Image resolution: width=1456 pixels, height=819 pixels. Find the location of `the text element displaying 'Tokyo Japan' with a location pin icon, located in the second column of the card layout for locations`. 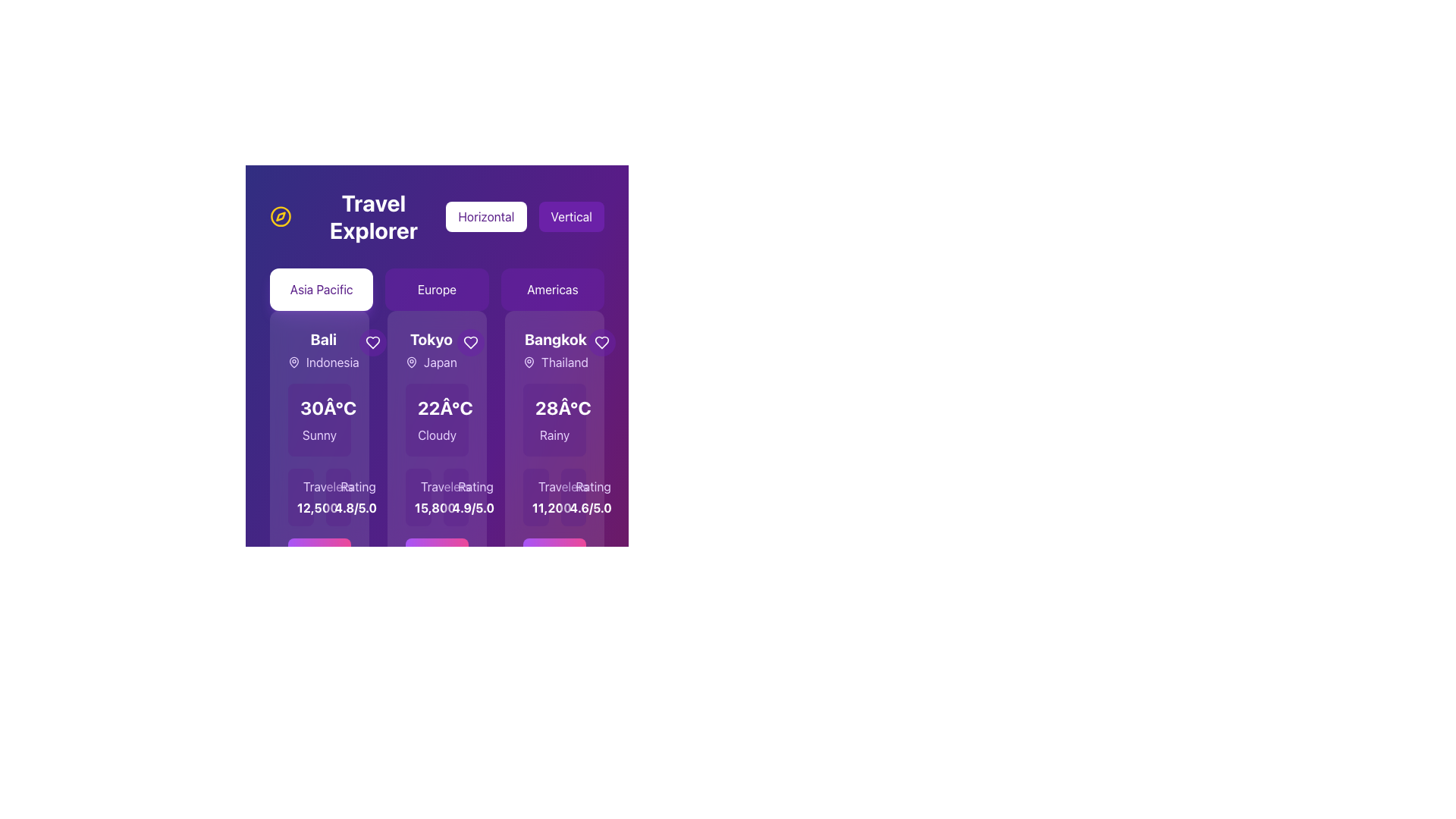

the text element displaying 'Tokyo Japan' with a location pin icon, located in the second column of the card layout for locations is located at coordinates (436, 350).